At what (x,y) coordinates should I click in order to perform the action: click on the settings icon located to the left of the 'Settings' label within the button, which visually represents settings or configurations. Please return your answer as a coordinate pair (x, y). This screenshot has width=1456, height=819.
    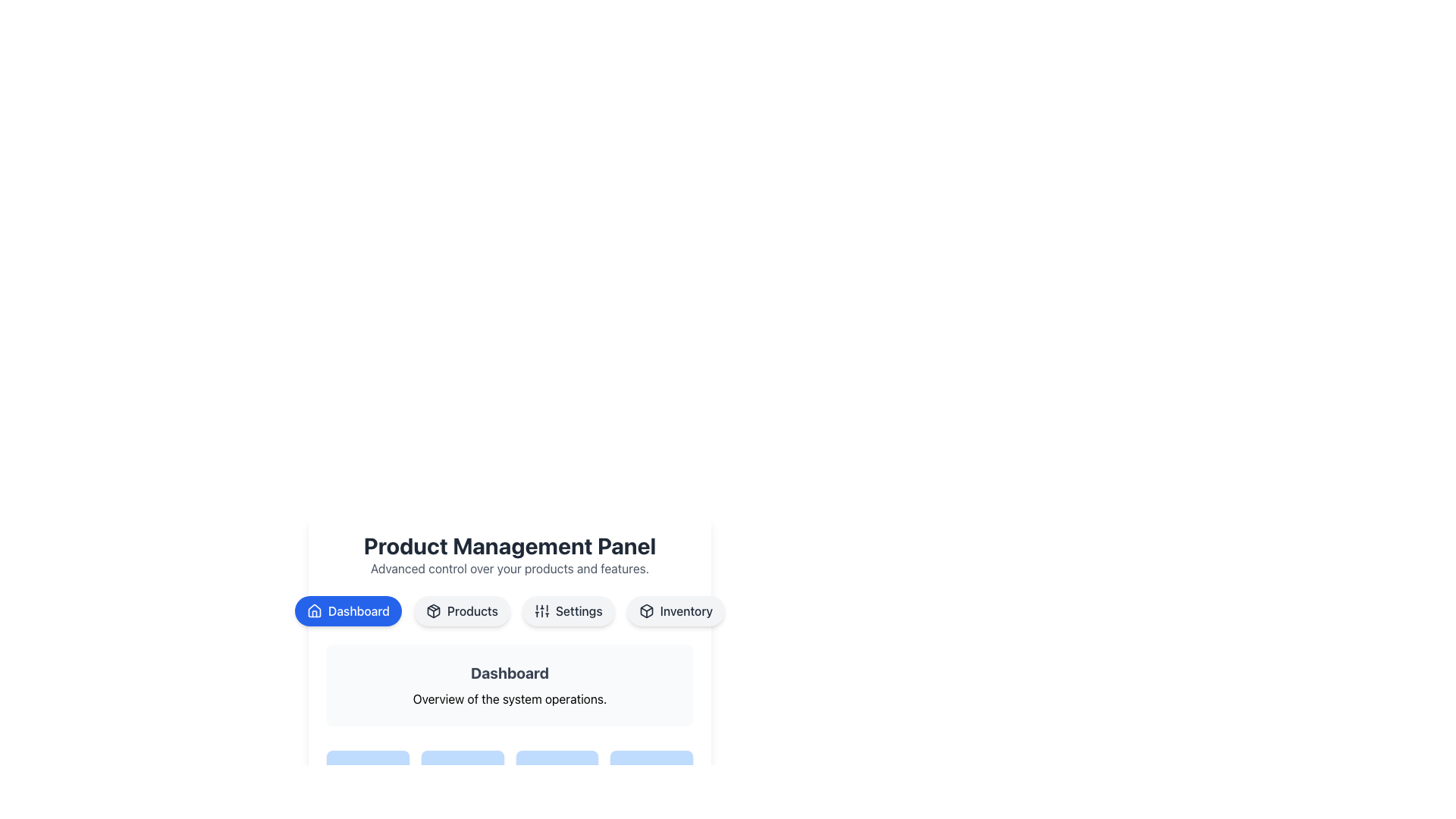
    Looking at the image, I should click on (542, 610).